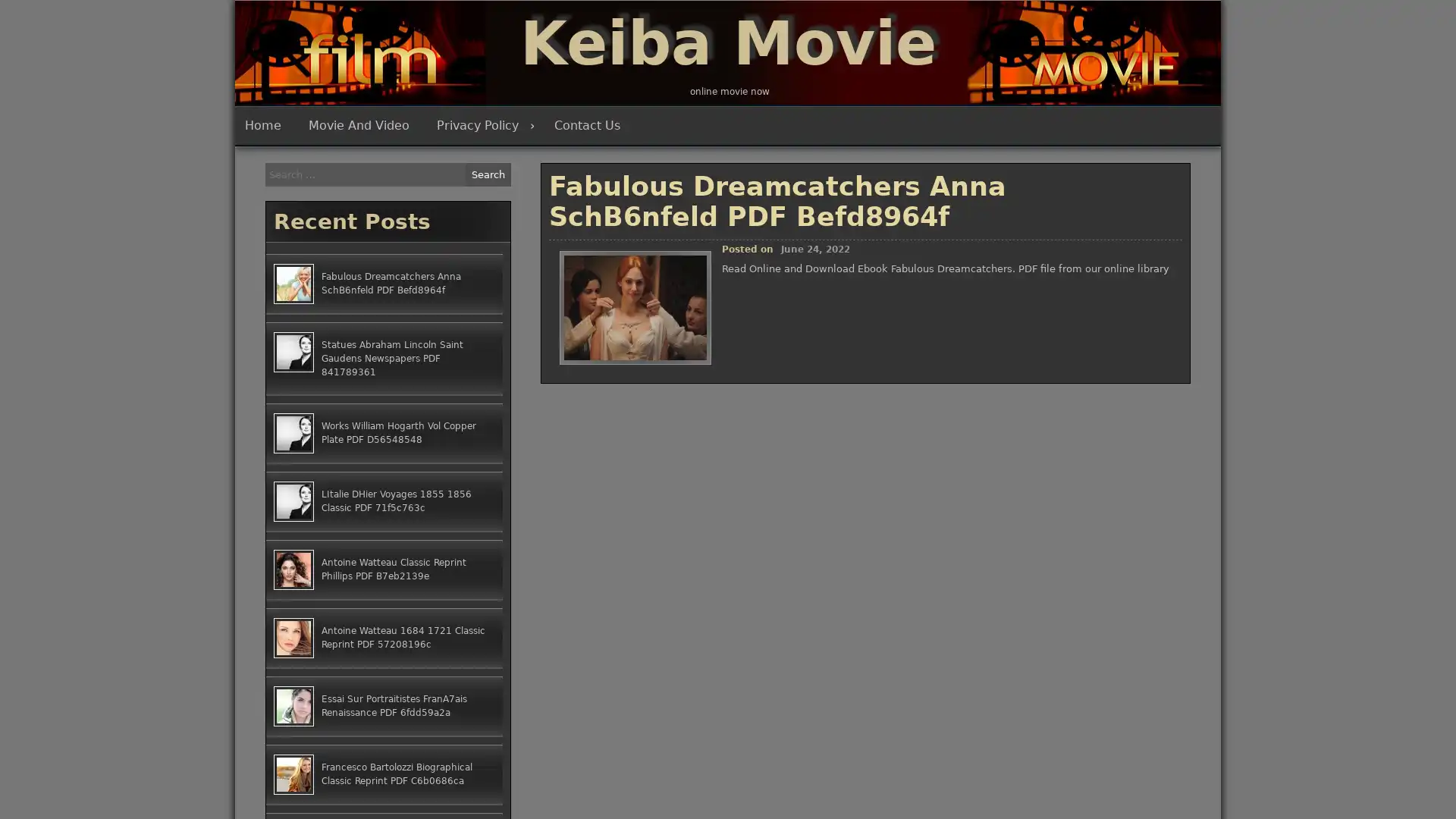  What do you see at coordinates (488, 174) in the screenshot?
I see `Search` at bounding box center [488, 174].